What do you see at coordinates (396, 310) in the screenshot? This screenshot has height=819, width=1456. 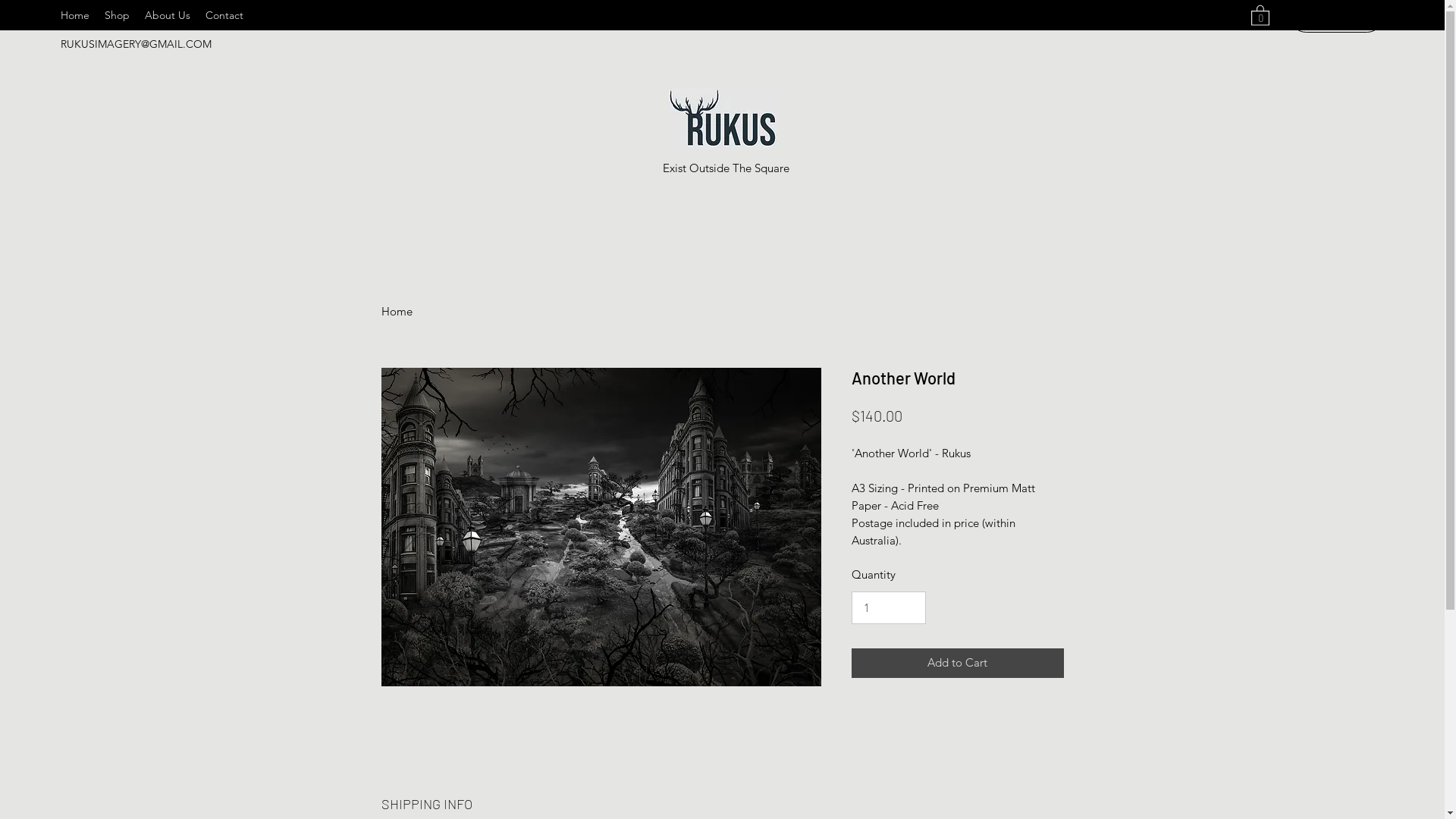 I see `'Home'` at bounding box center [396, 310].